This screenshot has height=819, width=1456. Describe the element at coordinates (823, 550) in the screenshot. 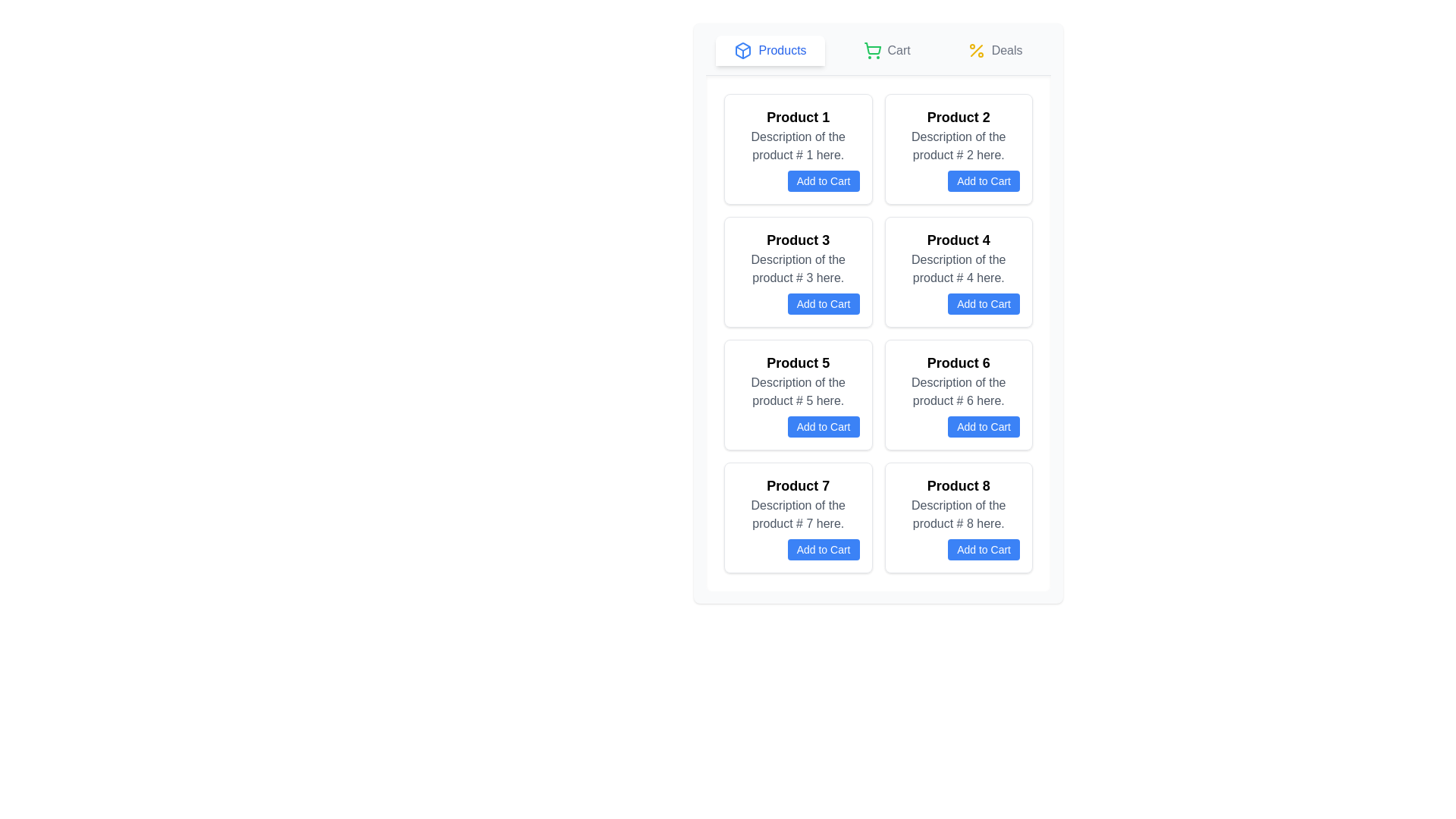

I see `the 'Add to Cart' button with blue background and white text, located below the description of Product 7` at that location.